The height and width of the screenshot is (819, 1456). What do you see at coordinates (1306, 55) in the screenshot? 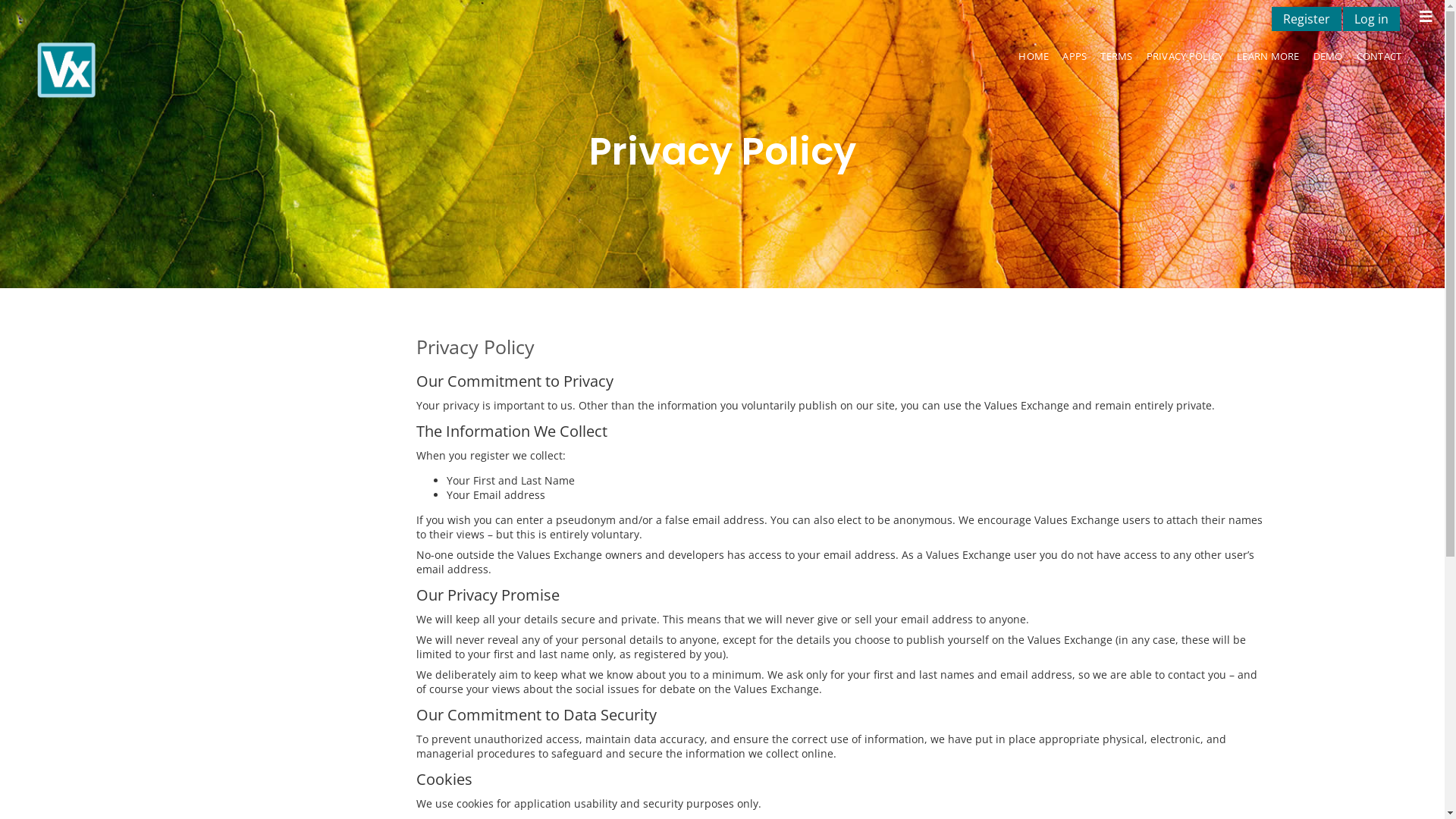
I see `'DEMO'` at bounding box center [1306, 55].